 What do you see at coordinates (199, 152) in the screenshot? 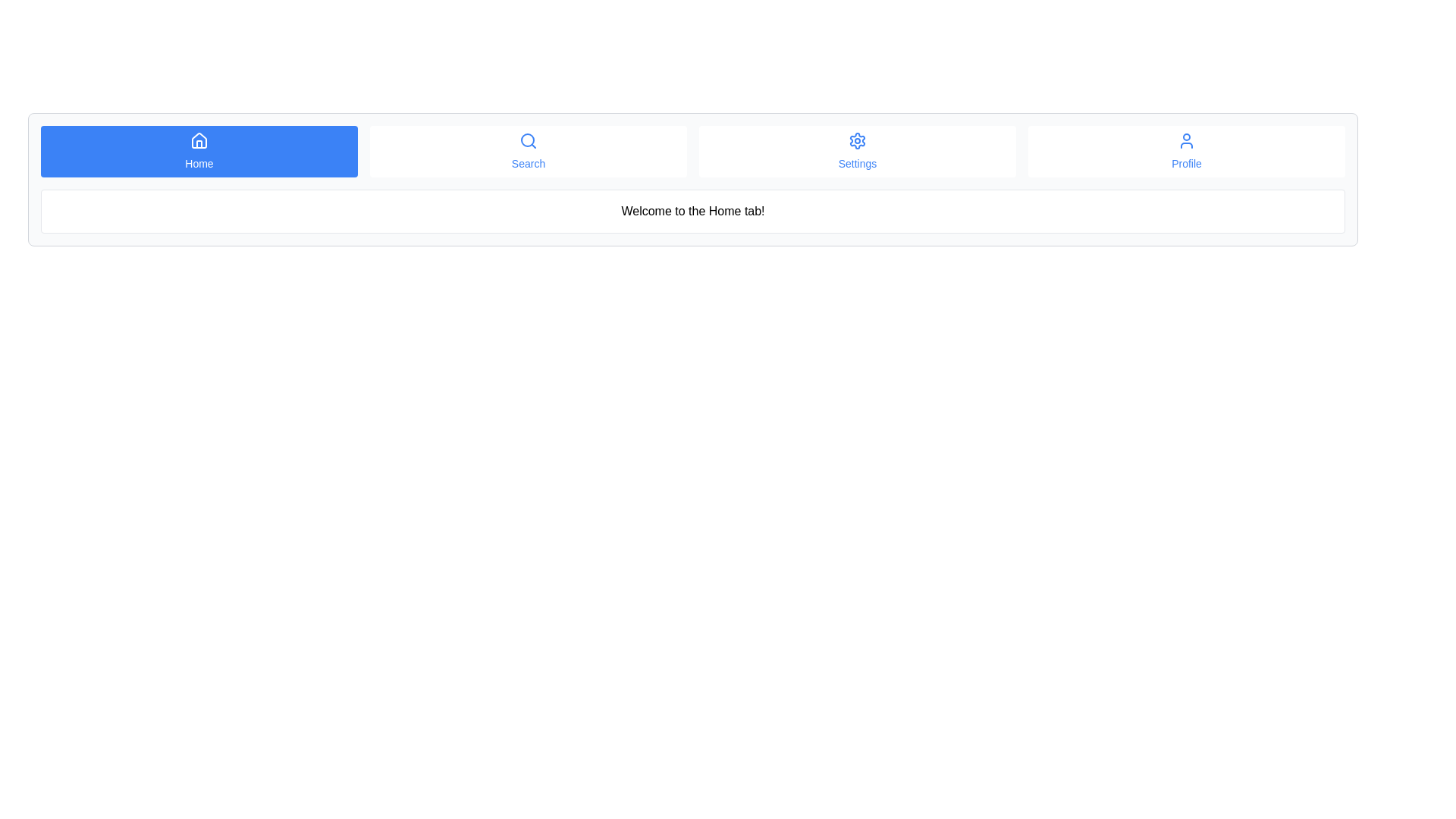
I see `the 'Home' button, which is the first button in a horizontal navigation bar with a blue background and white text` at bounding box center [199, 152].